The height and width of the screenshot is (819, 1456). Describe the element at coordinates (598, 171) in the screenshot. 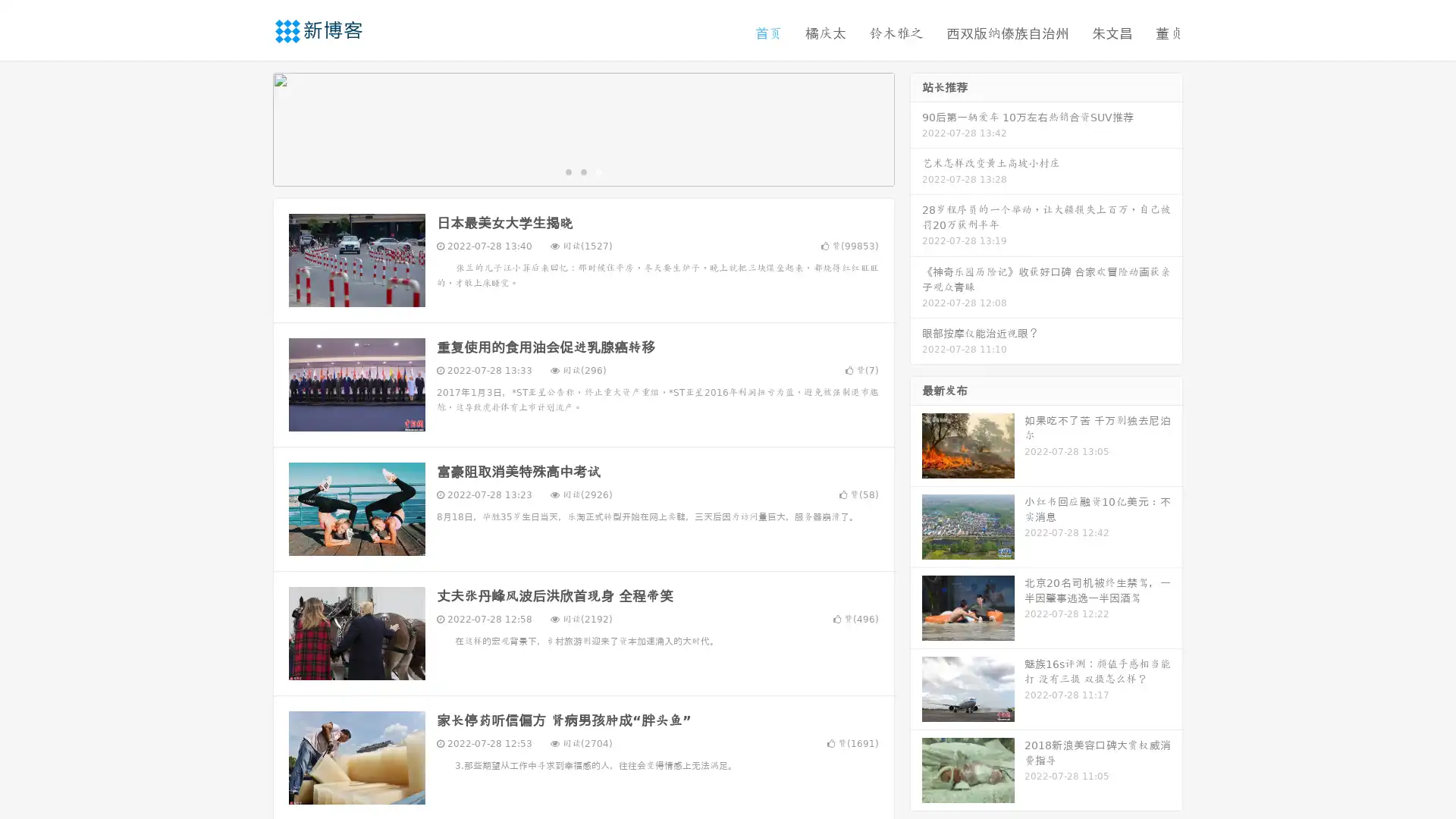

I see `Go to slide 3` at that location.